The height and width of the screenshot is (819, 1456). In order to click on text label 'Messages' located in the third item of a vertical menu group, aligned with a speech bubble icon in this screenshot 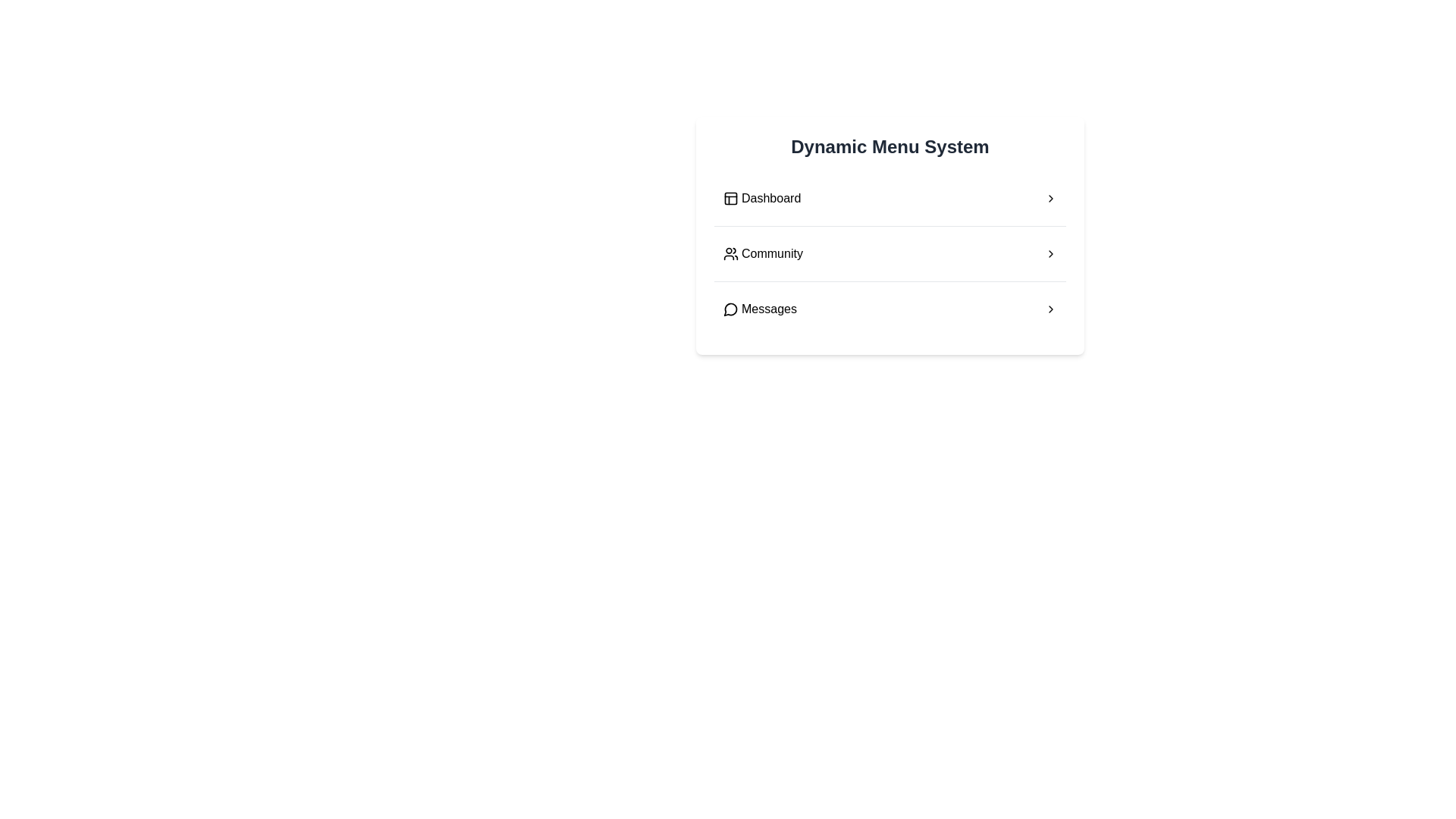, I will do `click(769, 309)`.